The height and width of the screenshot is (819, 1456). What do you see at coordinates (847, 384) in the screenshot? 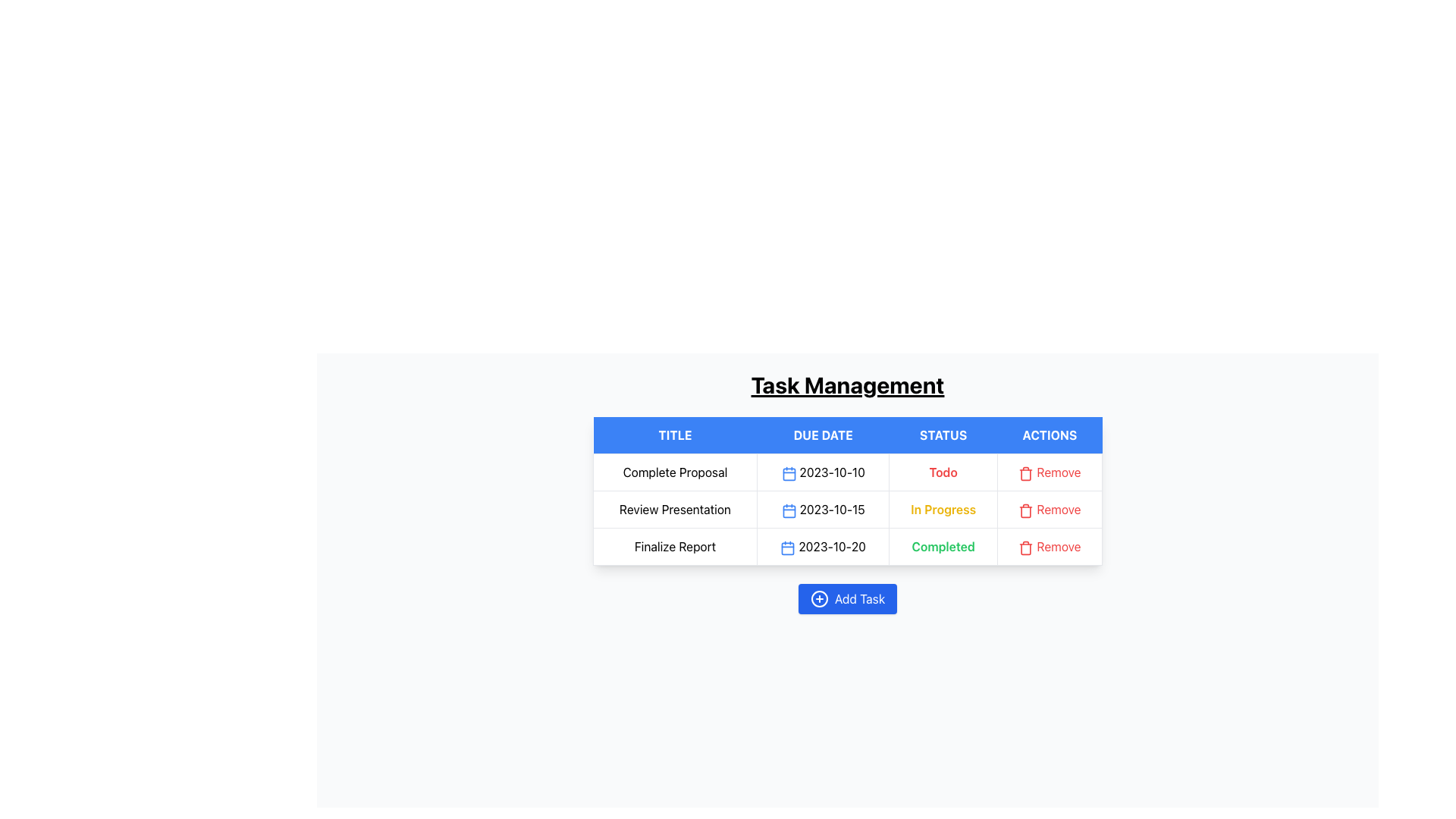
I see `the text label displaying 'Task Management', which is styled in a large and bold font with an underline, centrally aligned above the task table` at bounding box center [847, 384].